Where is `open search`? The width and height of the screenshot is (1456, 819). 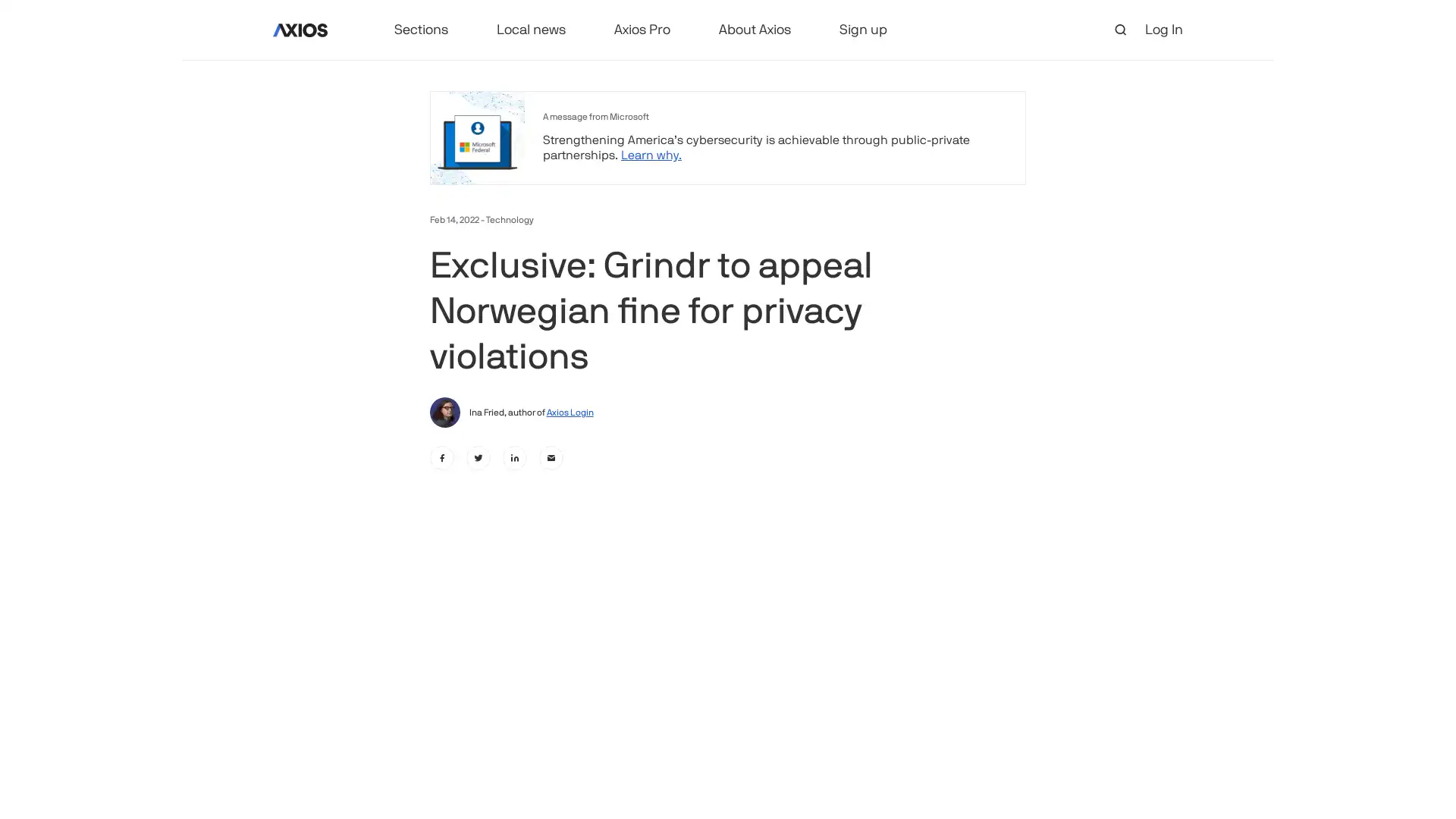
open search is located at coordinates (1121, 30).